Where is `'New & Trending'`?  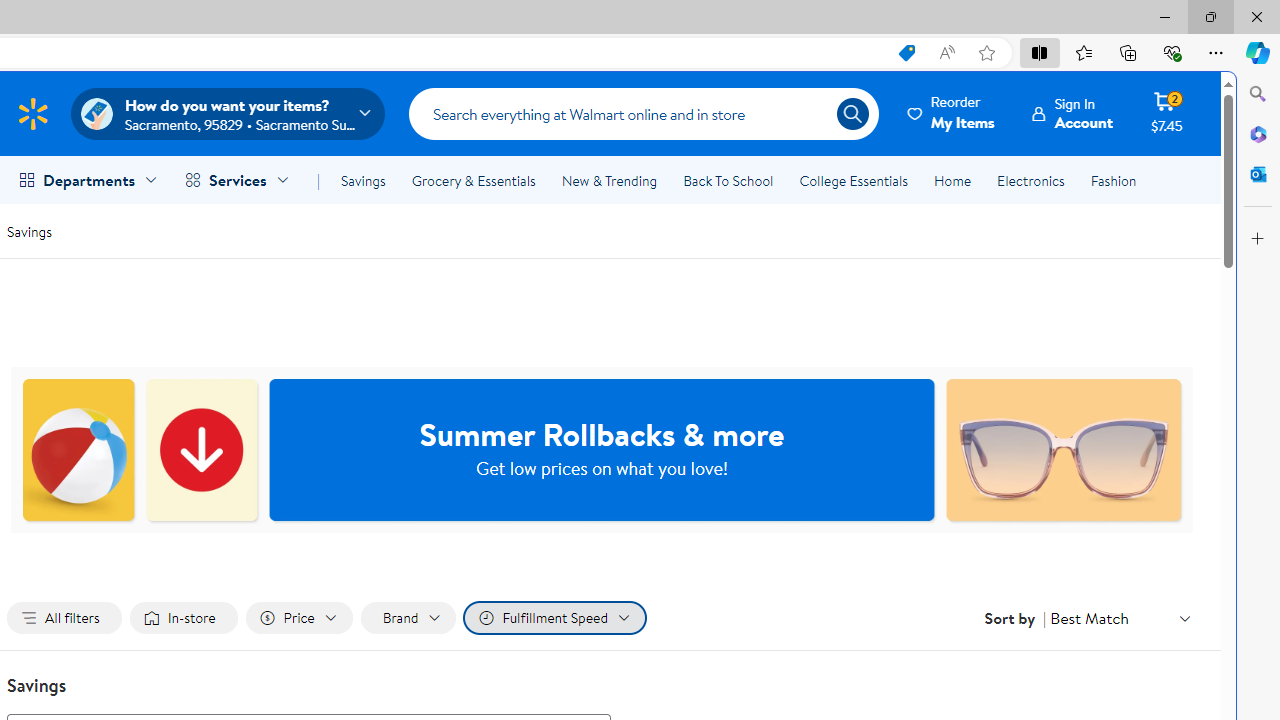
'New & Trending' is located at coordinates (608, 181).